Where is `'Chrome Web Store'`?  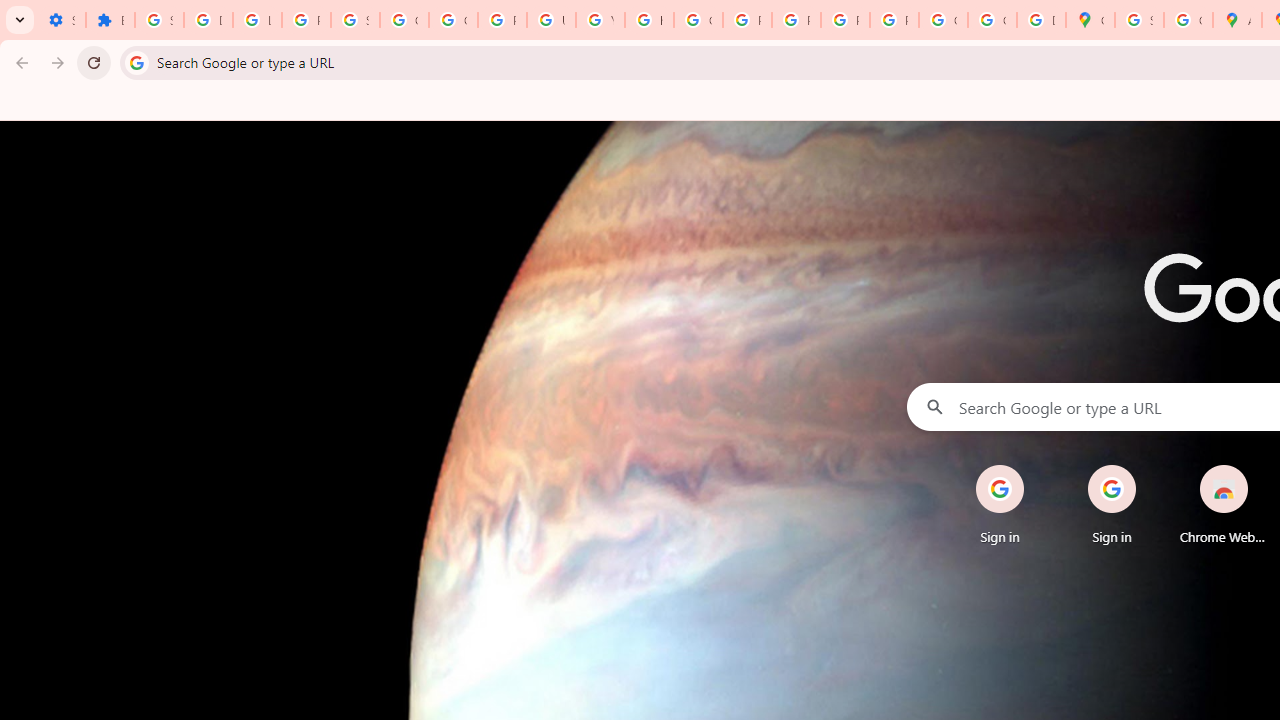 'Chrome Web Store' is located at coordinates (1222, 504).